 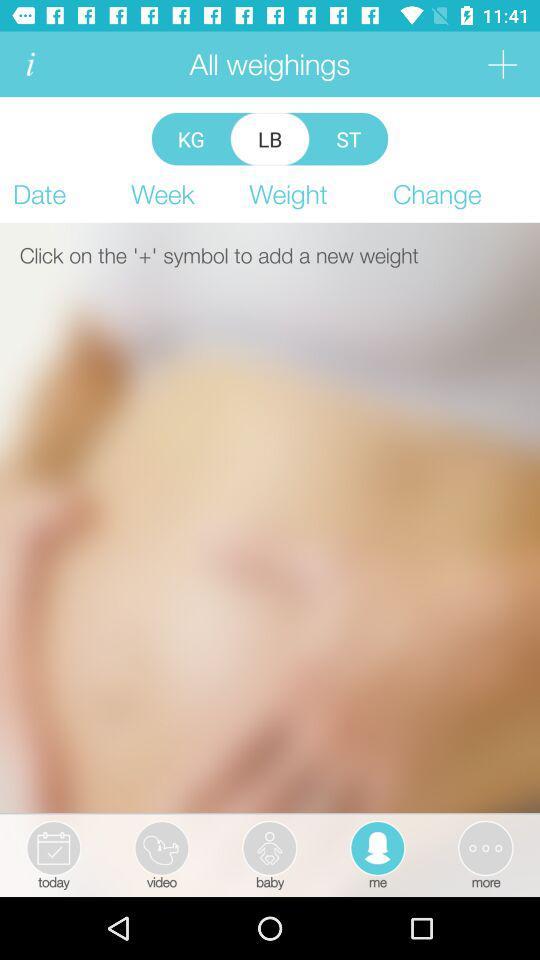 What do you see at coordinates (191, 138) in the screenshot?
I see `item below the all weighings icon` at bounding box center [191, 138].